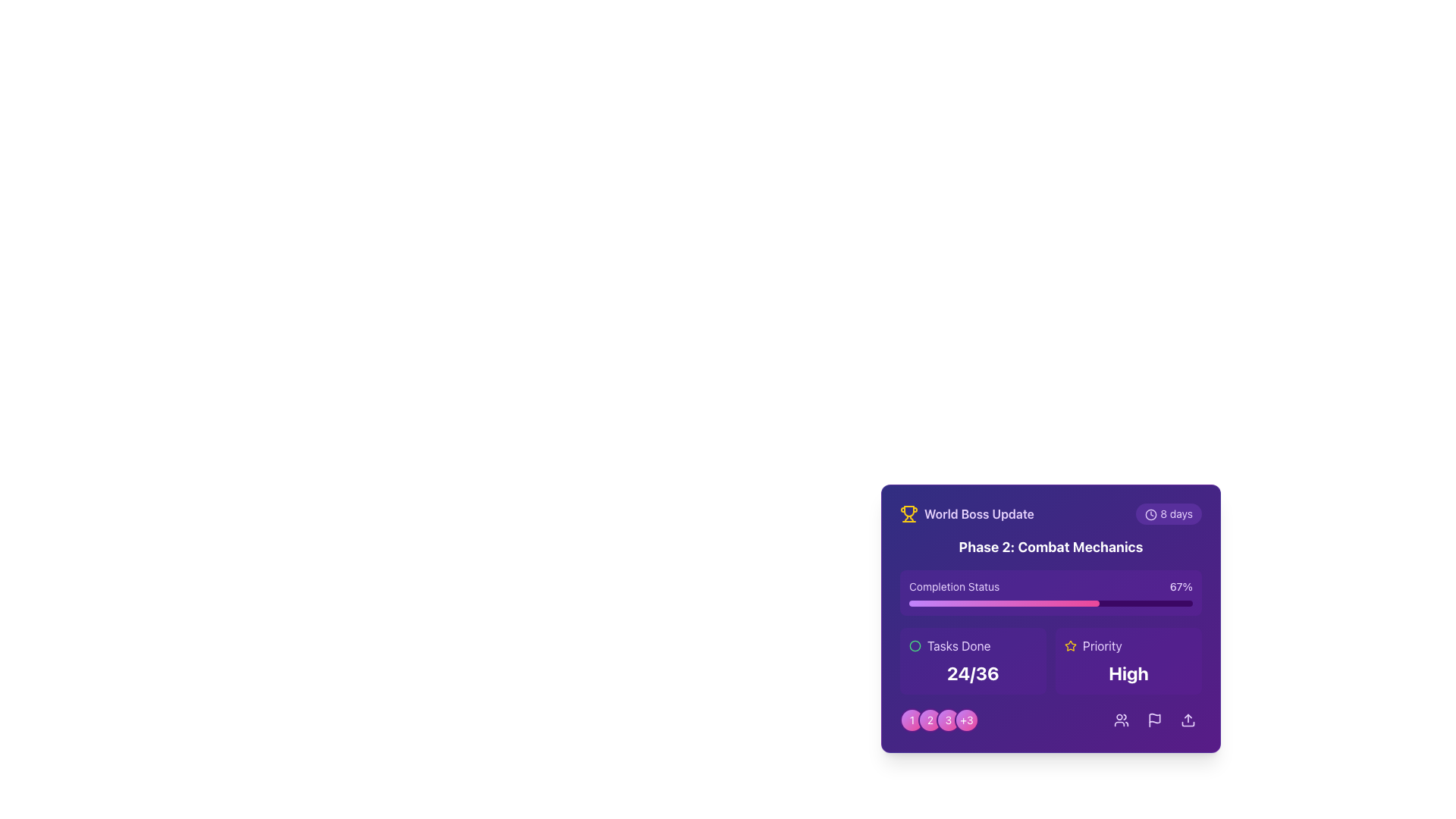 This screenshot has width=1456, height=819. I want to click on the star icon with a yellow outline, which is part of a group of decorative icons located in the lower right corner of the interface, indicating achievements or ratings, so click(1069, 645).